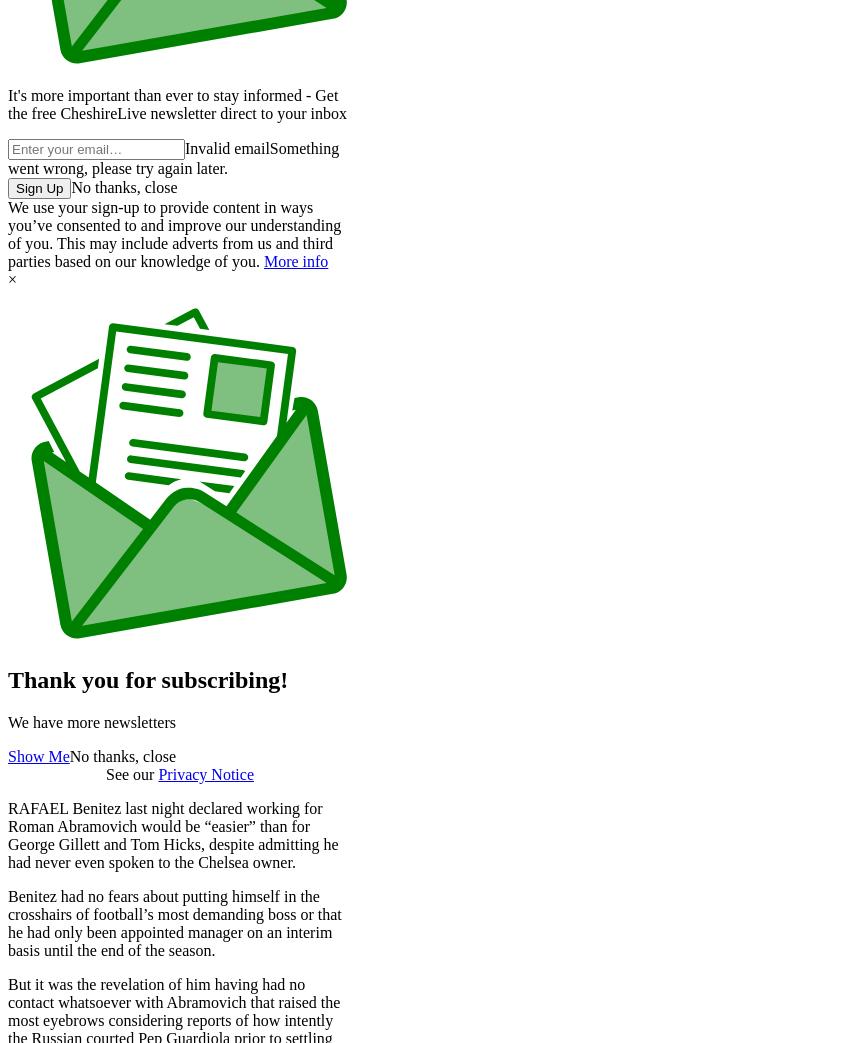  I want to click on 'It's more important than ever to stay informed - Get the free CheshireLive newsletter direct to your inbox', so click(177, 104).